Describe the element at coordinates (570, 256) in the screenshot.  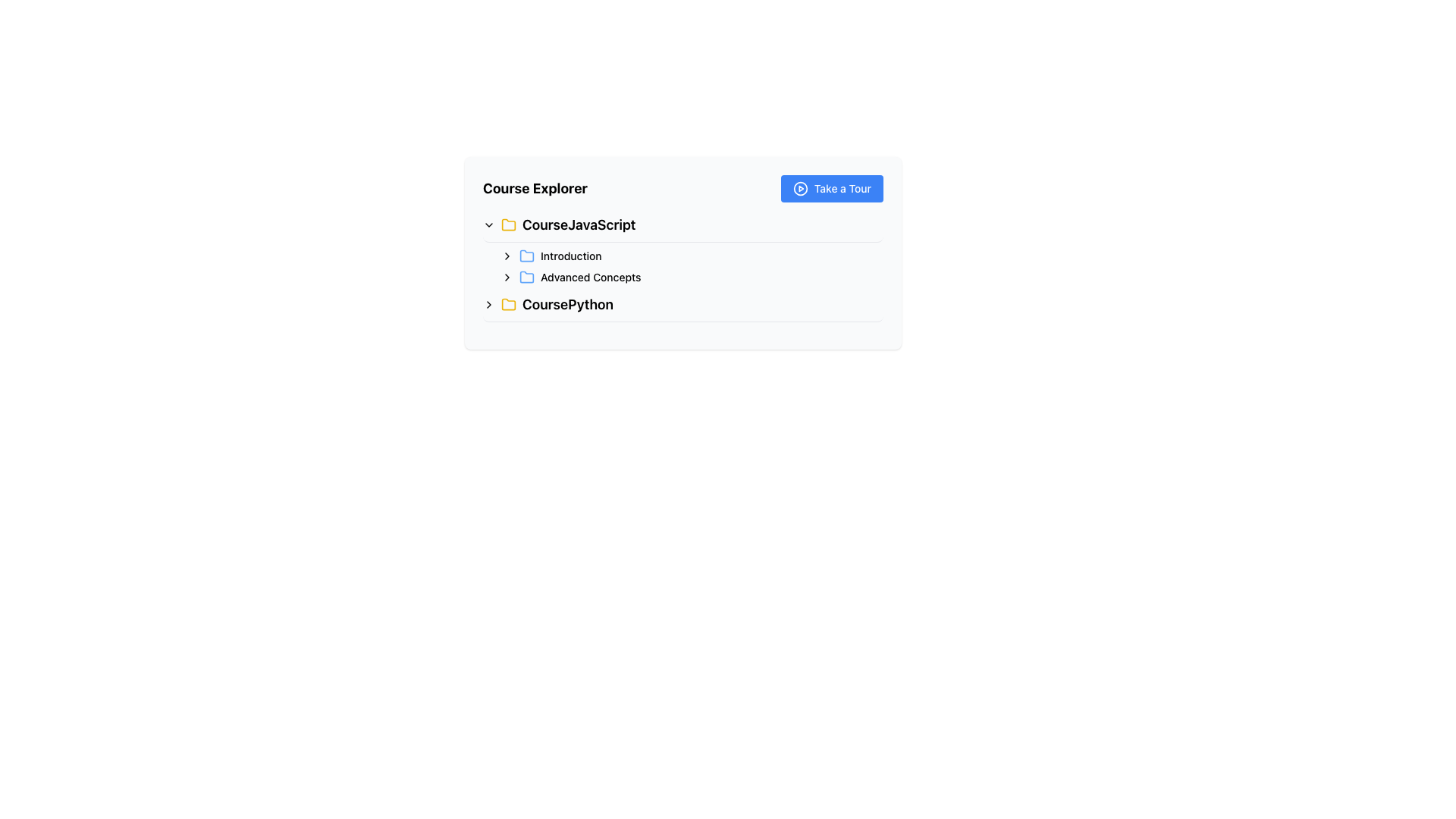
I see `the 'Introduction' text label under the 'CourseJavaScript' category` at that location.